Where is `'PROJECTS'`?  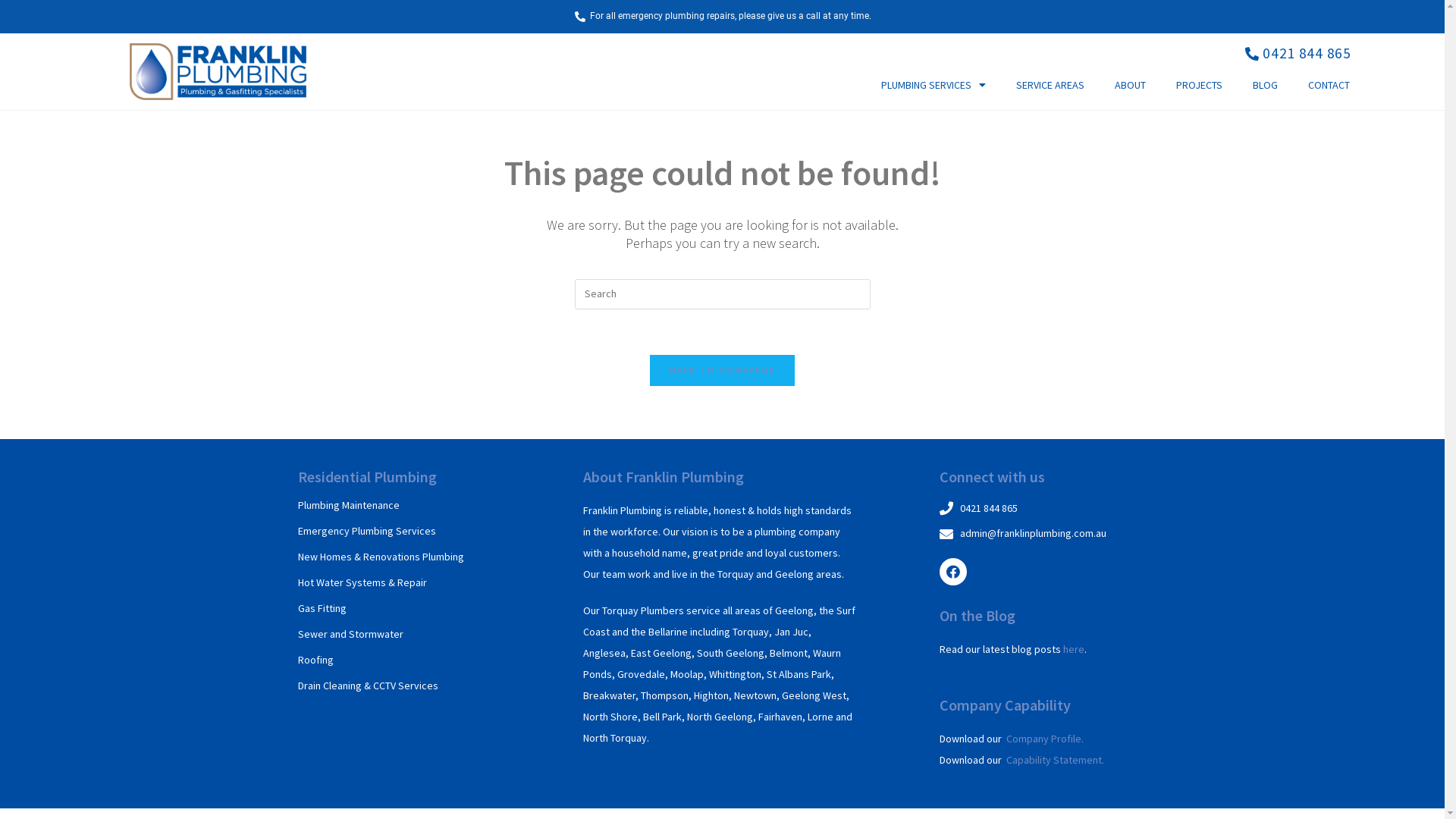 'PROJECTS' is located at coordinates (1198, 84).